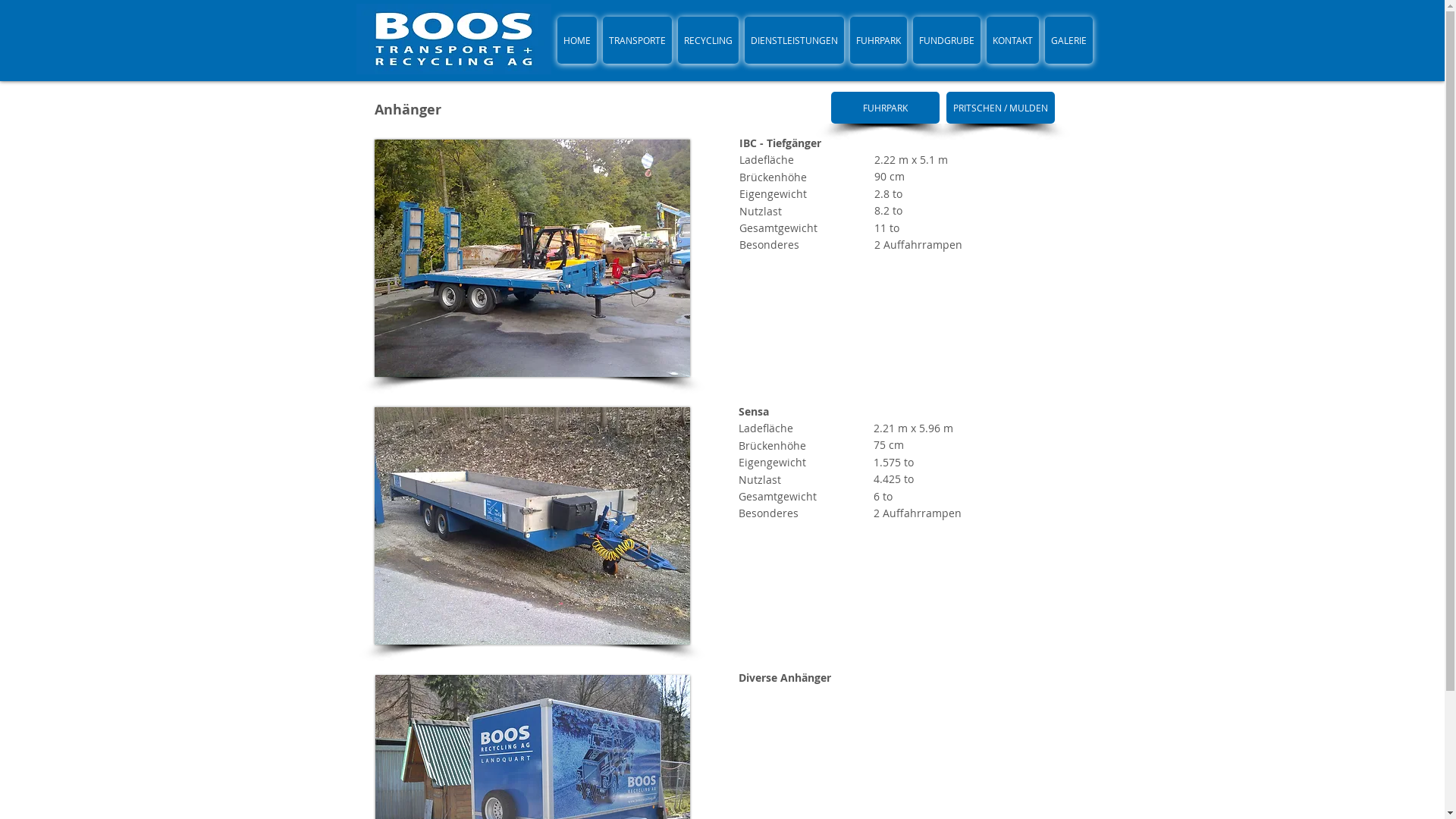 This screenshot has width=1456, height=819. I want to click on 'DIENSTLEISTUNGEN', so click(793, 39).